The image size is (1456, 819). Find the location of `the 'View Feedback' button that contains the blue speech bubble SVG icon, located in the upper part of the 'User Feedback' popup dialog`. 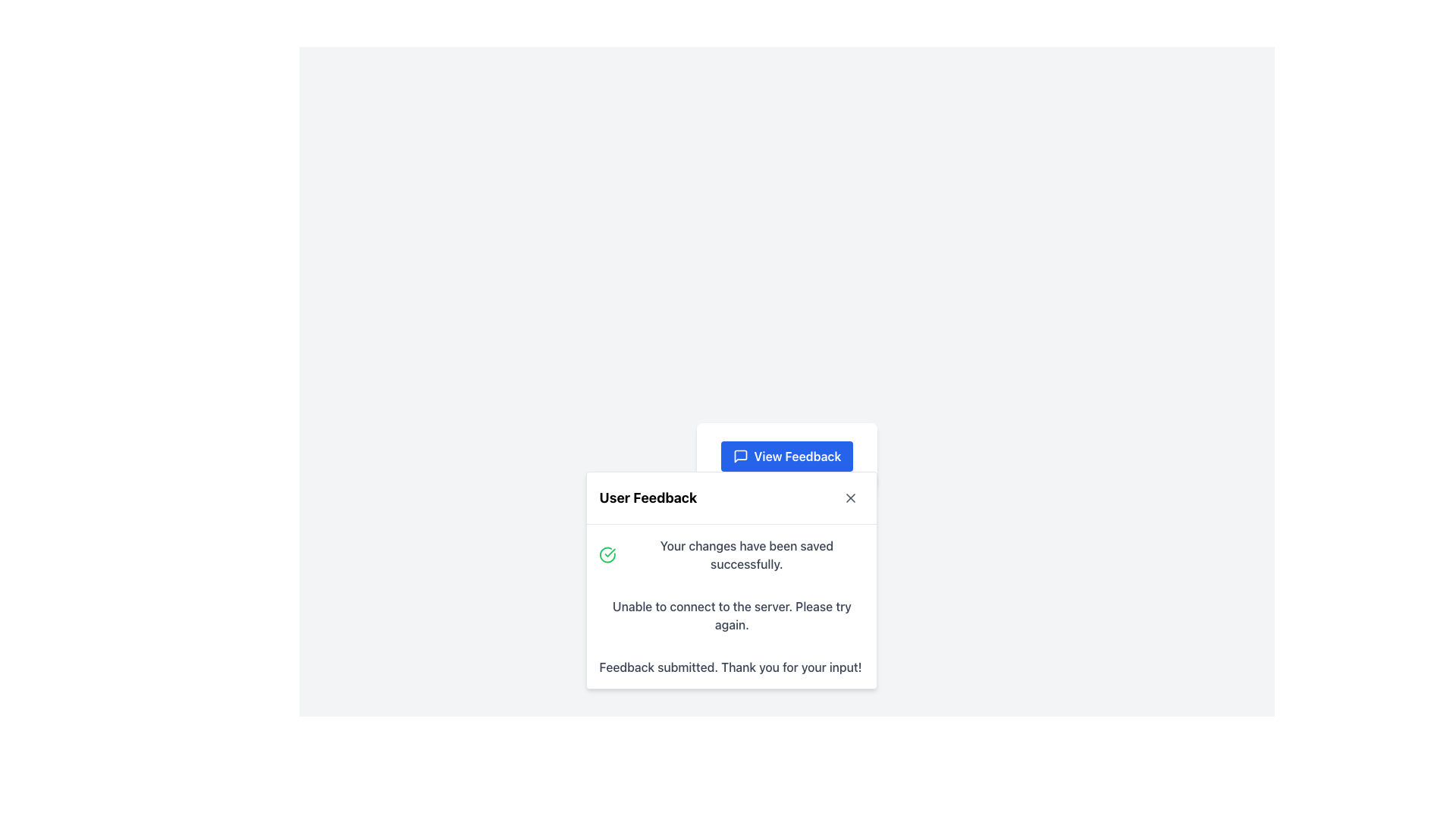

the 'View Feedback' button that contains the blue speech bubble SVG icon, located in the upper part of the 'User Feedback' popup dialog is located at coordinates (740, 455).